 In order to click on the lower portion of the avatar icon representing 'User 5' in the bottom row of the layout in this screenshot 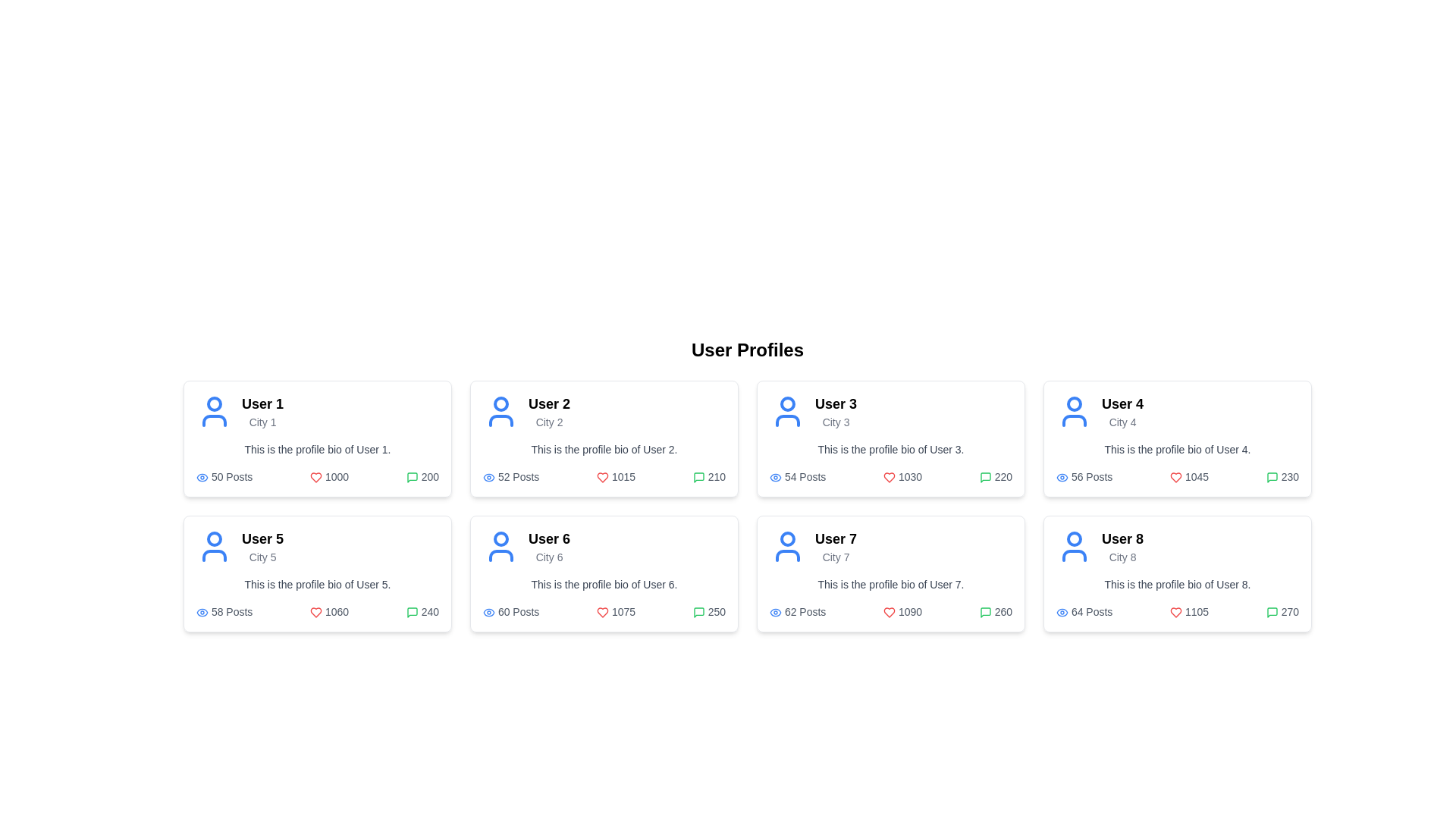, I will do `click(214, 555)`.